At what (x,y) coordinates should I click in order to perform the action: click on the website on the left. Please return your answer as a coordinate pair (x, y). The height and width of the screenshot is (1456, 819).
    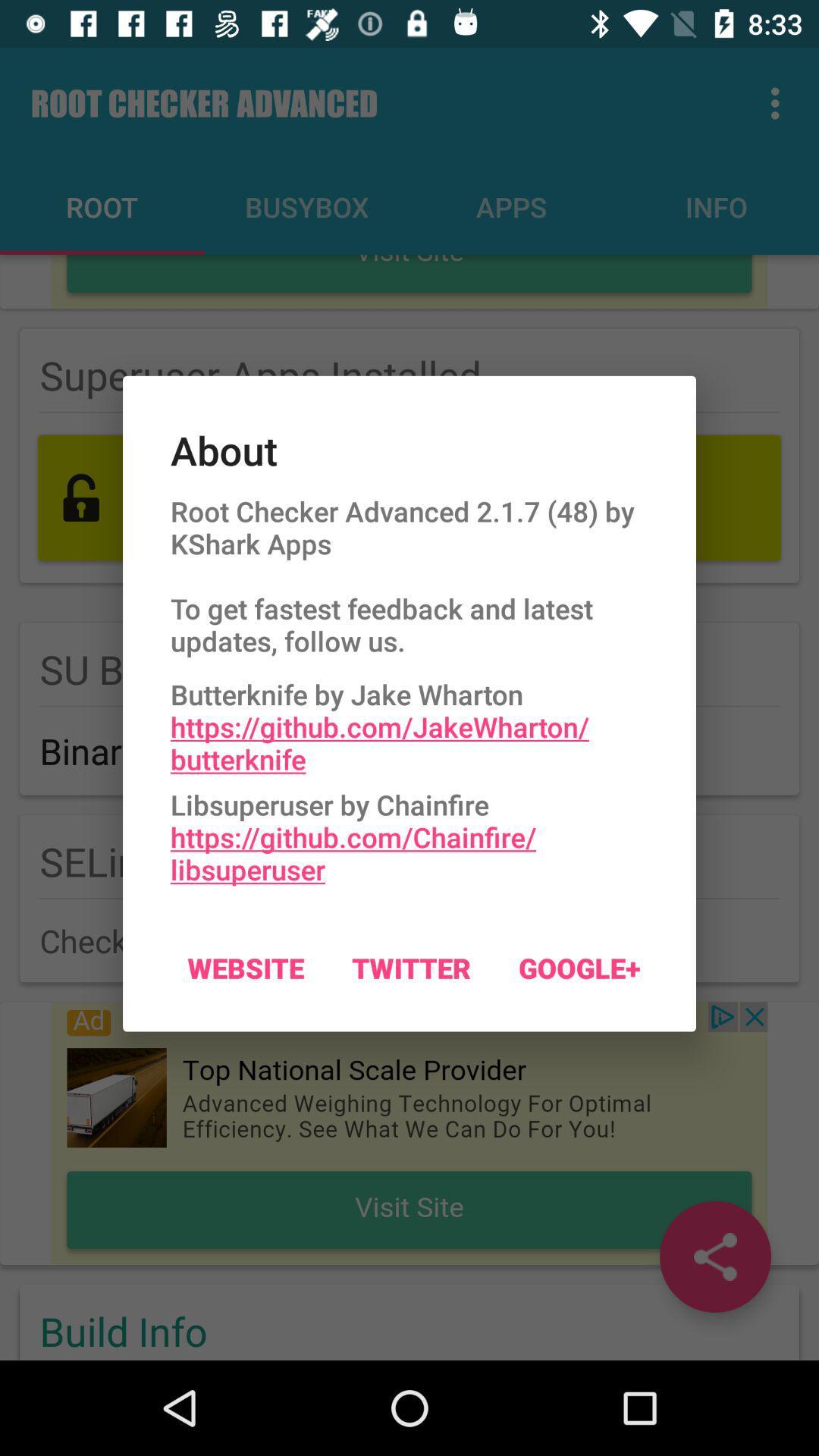
    Looking at the image, I should click on (245, 967).